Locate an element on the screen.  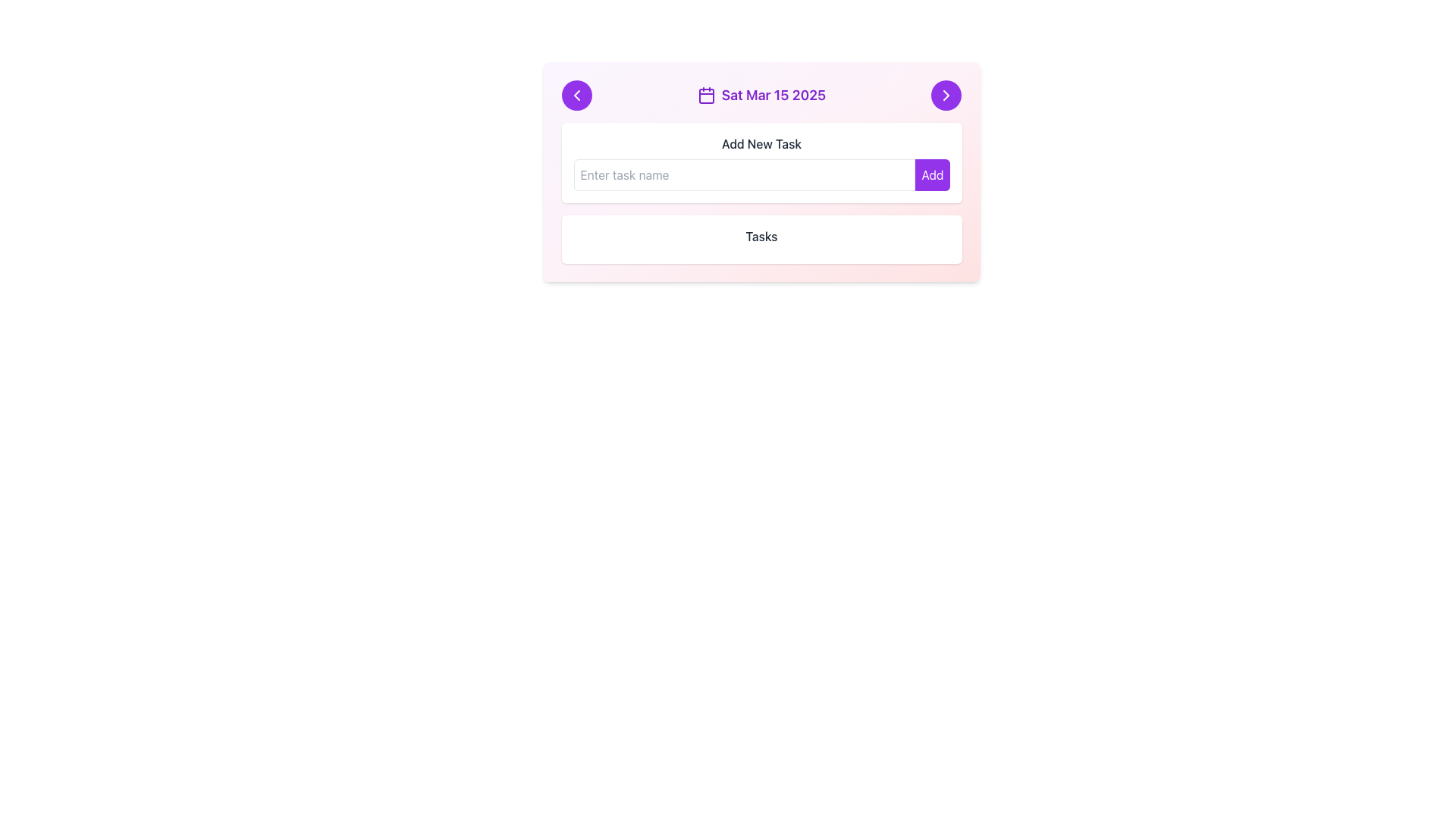
the label displaying the currently selected date, which is located in the upper header section between the left-pointing and right-pointing chevron buttons is located at coordinates (761, 96).